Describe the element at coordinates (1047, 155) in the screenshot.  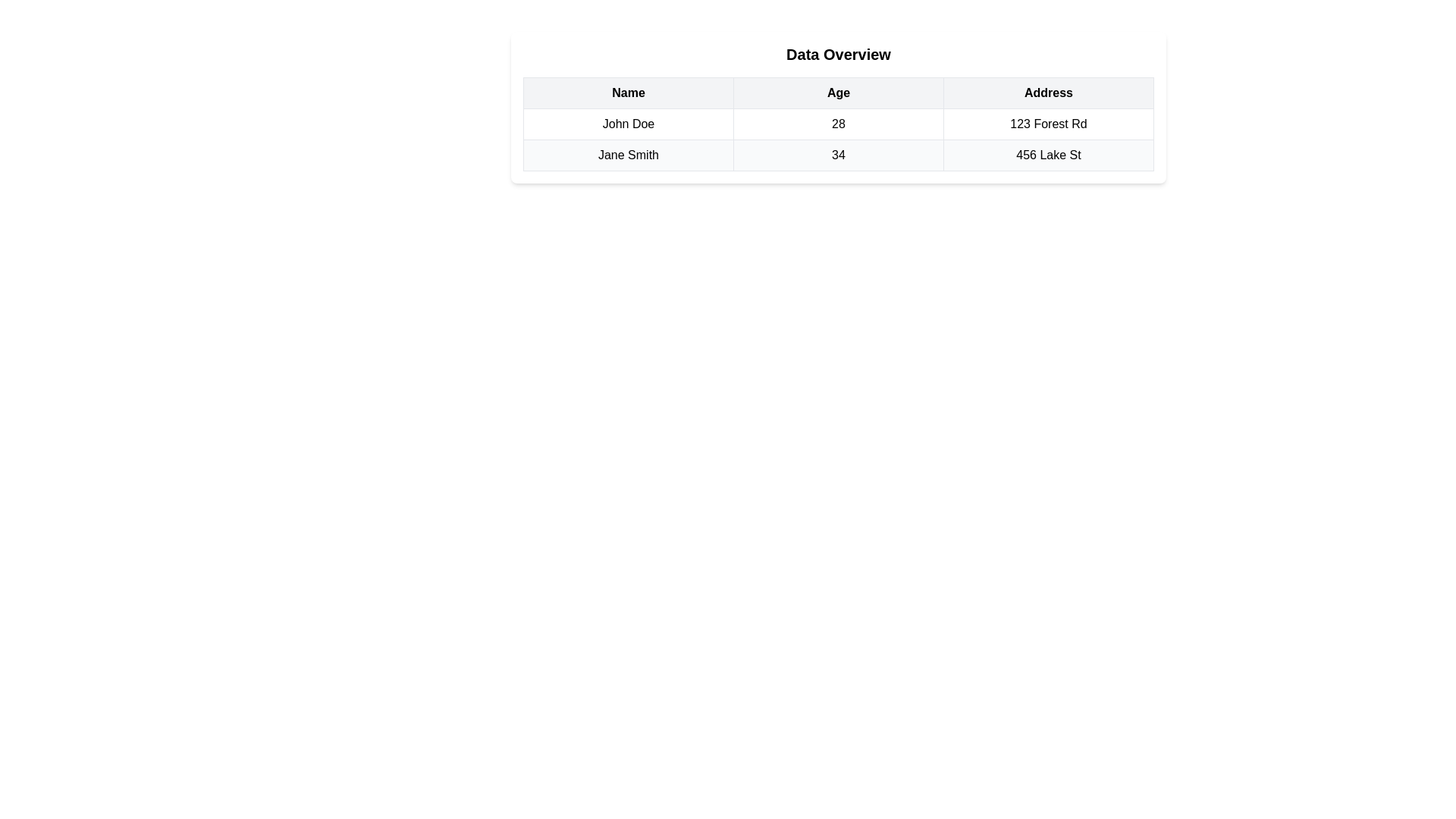
I see `the table cell displaying '456 Lake St'` at that location.